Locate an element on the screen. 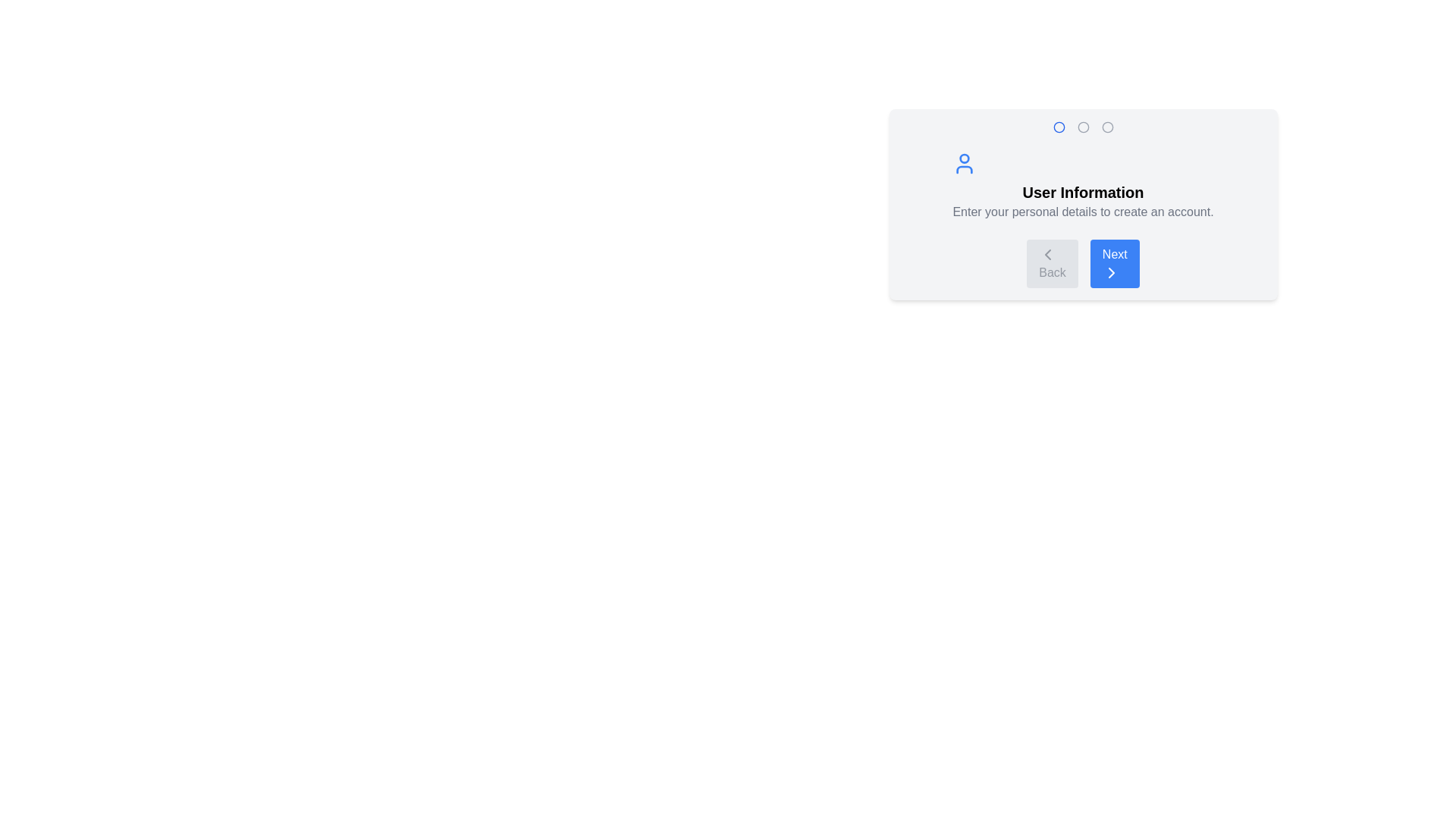 This screenshot has height=819, width=1456. the 'Next' button to proceed to the next step is located at coordinates (1114, 262).